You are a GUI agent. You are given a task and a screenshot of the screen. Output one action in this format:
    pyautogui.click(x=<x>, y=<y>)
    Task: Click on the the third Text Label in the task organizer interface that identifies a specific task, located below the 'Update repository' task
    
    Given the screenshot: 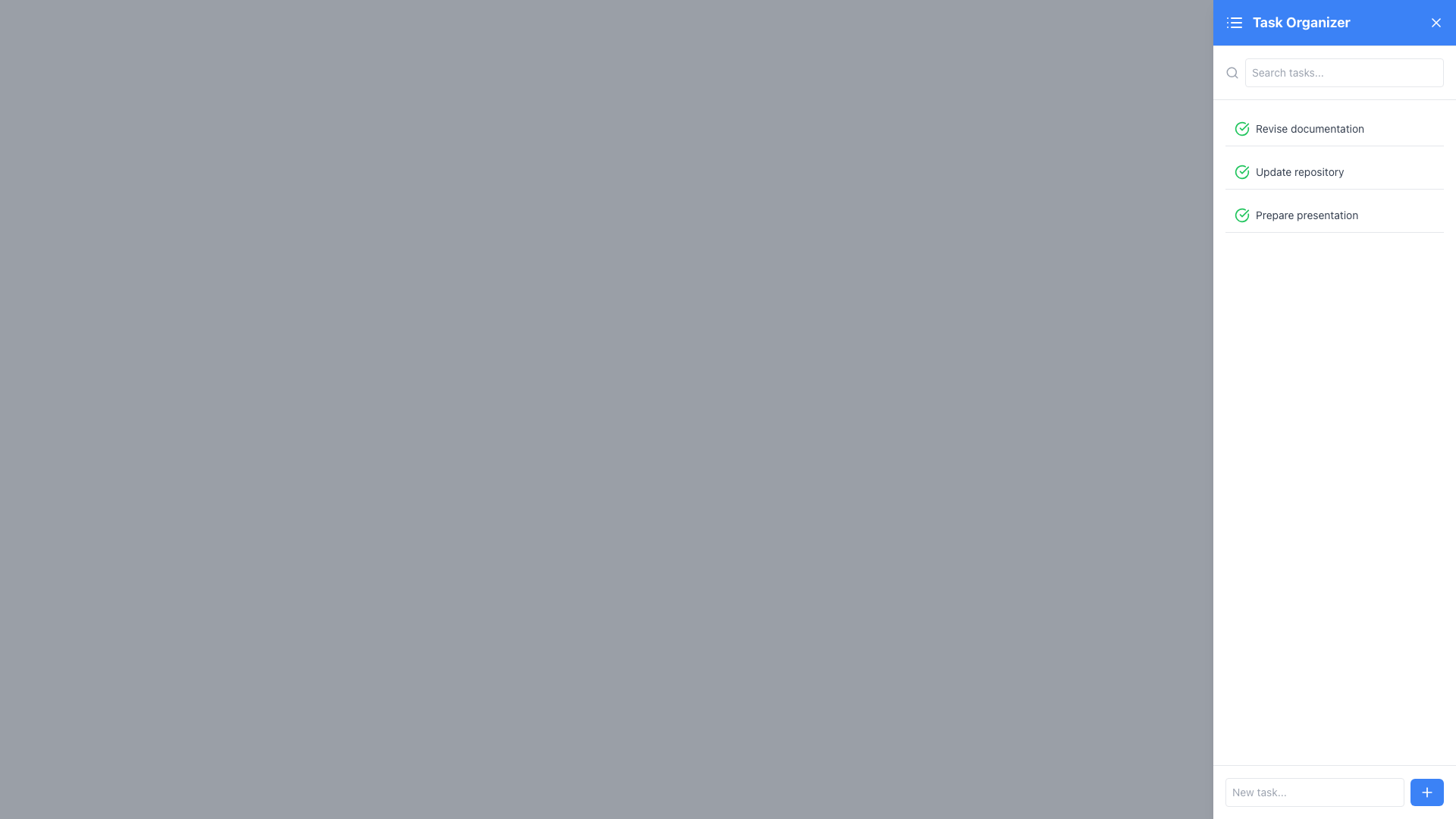 What is the action you would take?
    pyautogui.click(x=1306, y=215)
    